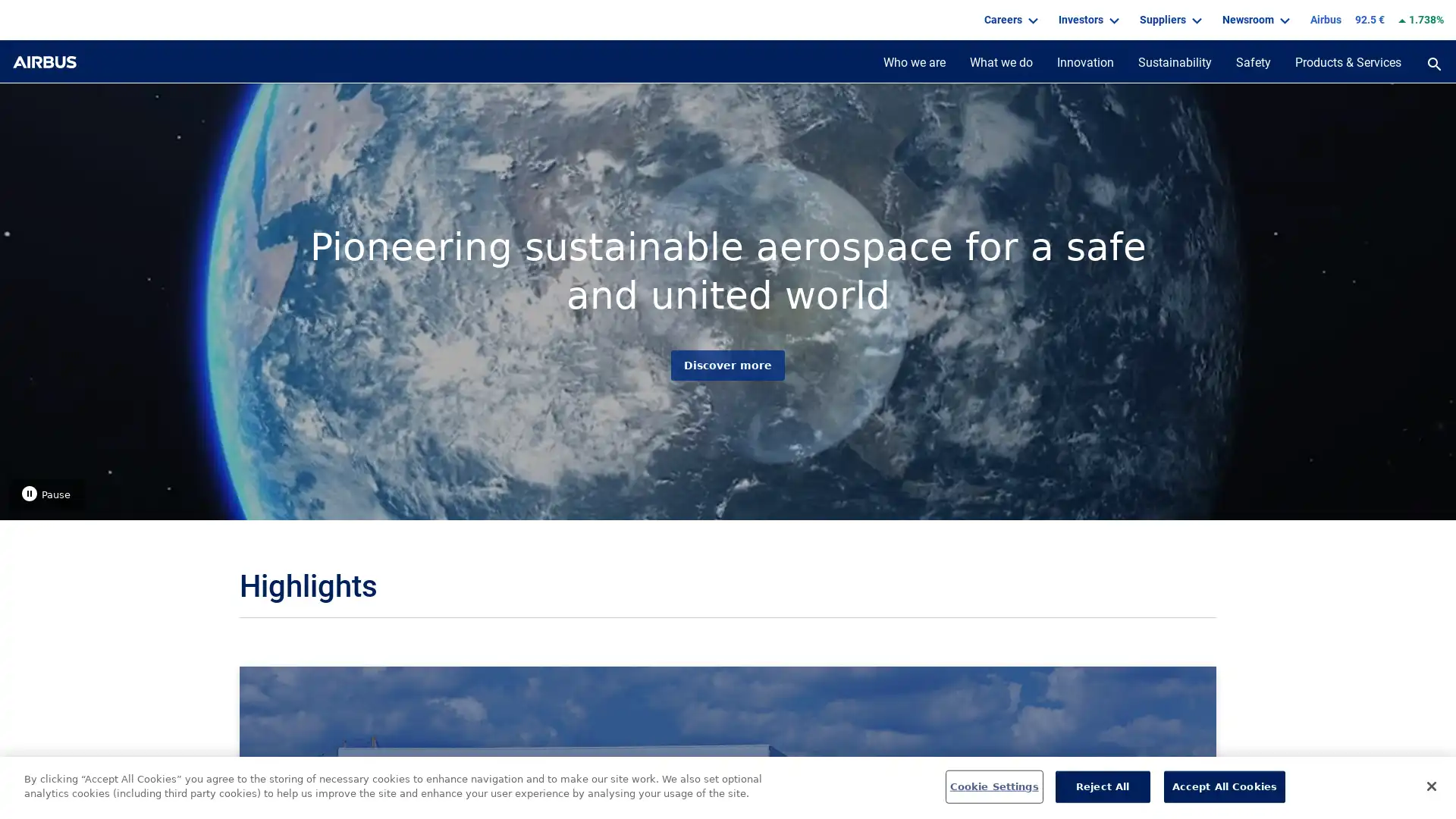 This screenshot has width=1456, height=819. What do you see at coordinates (1433, 65) in the screenshot?
I see `open the search panel` at bounding box center [1433, 65].